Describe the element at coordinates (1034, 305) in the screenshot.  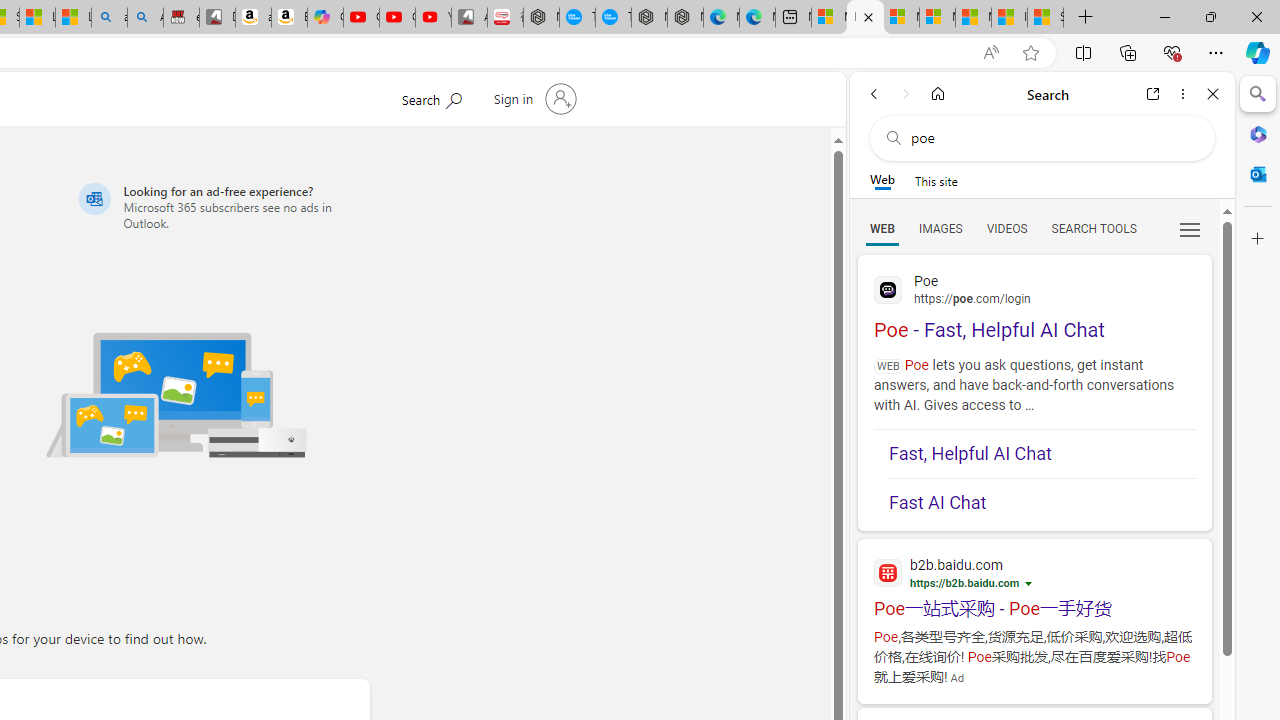
I see `'Poe - Fast, Helpful AI Chat'` at that location.